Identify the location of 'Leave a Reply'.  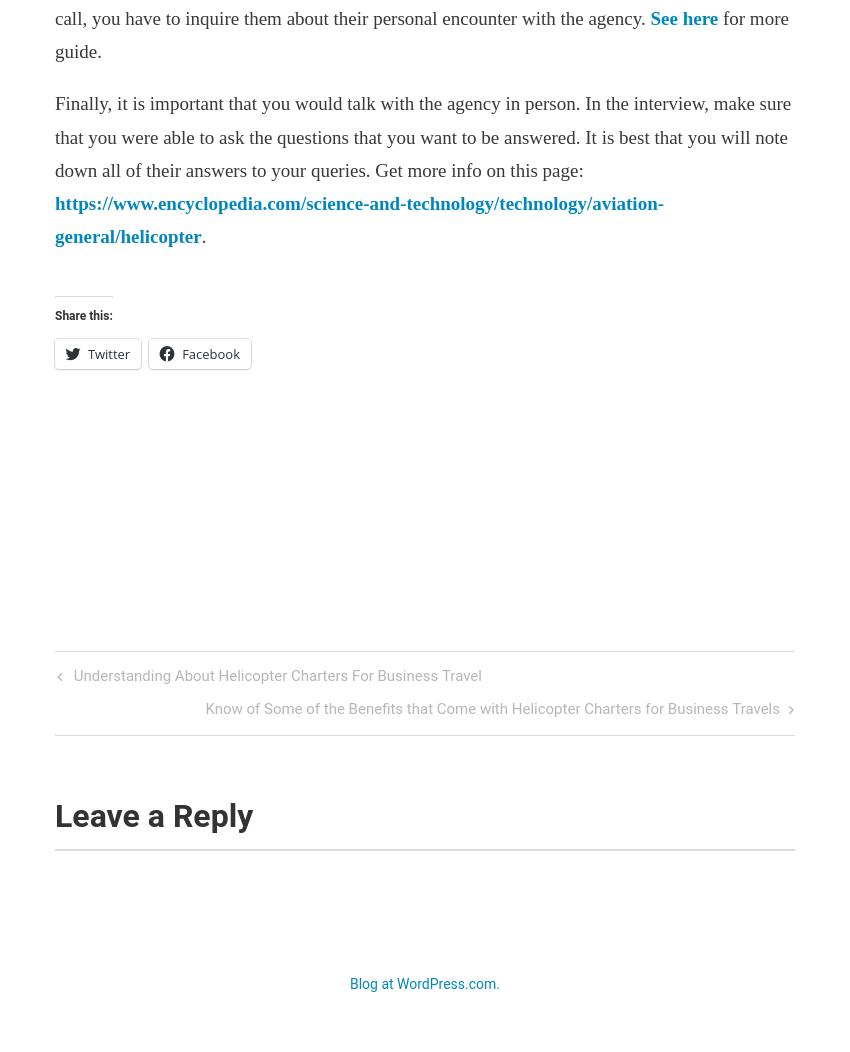
(158, 814).